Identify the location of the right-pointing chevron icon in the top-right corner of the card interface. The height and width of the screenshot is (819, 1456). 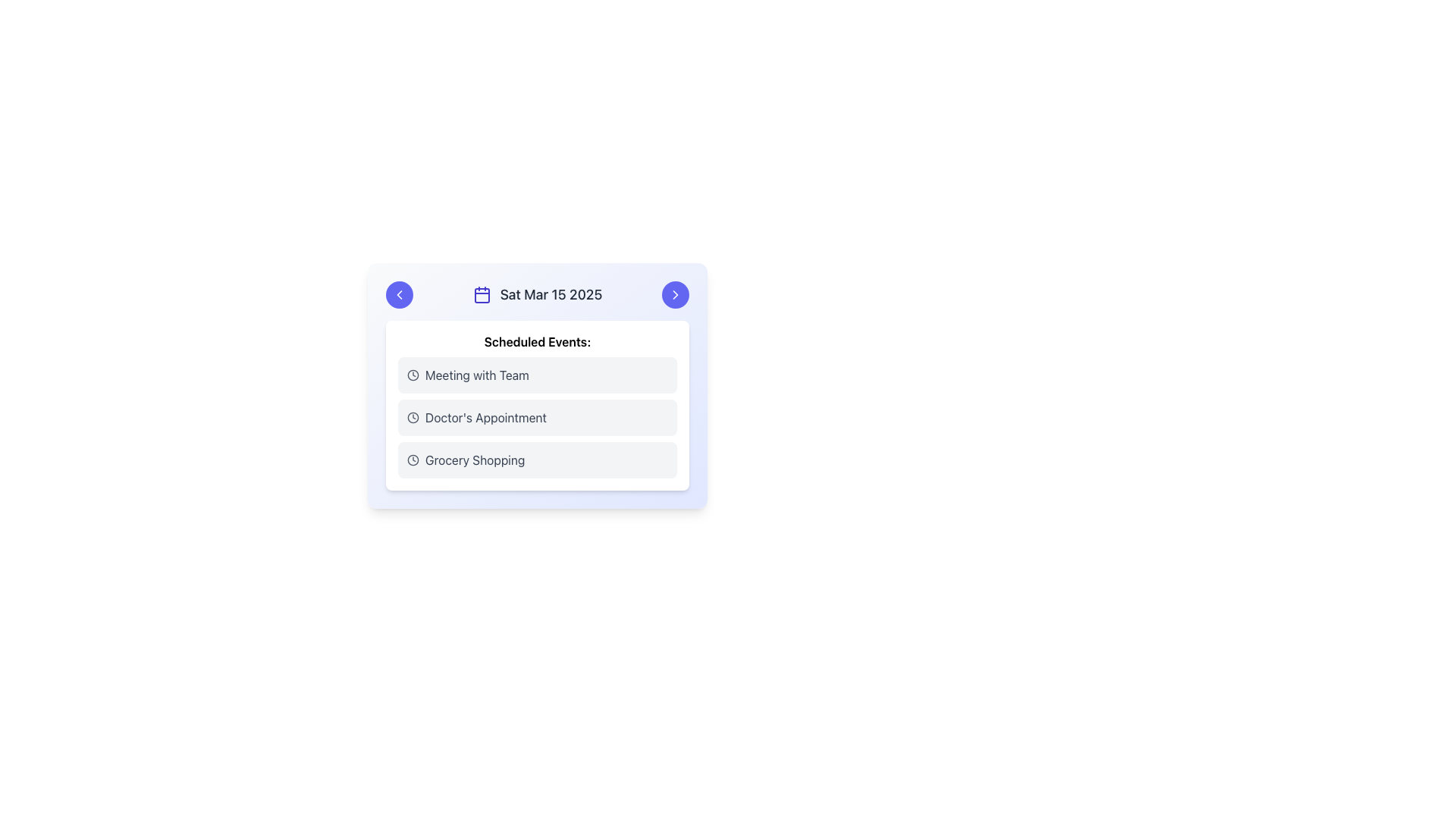
(675, 295).